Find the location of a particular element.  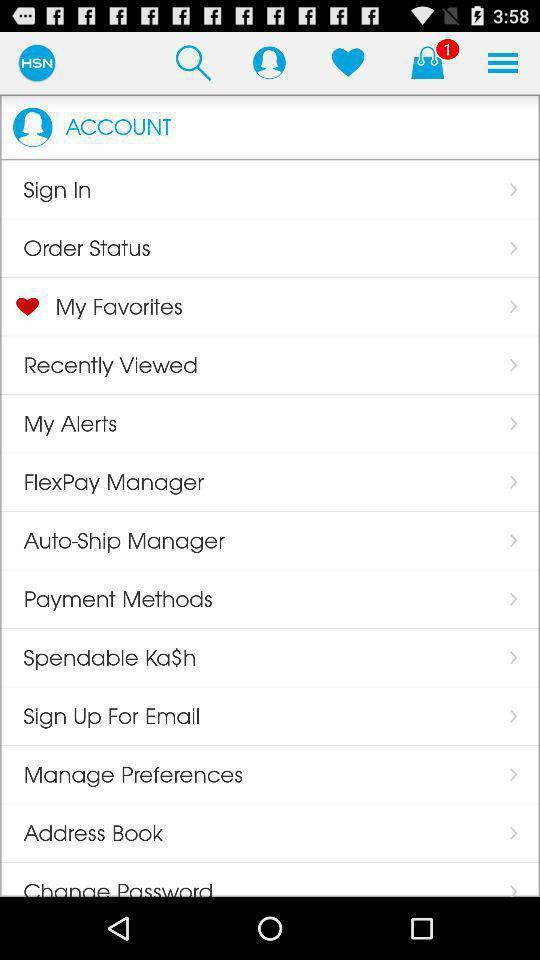

icon above the recently viewed app is located at coordinates (107, 306).